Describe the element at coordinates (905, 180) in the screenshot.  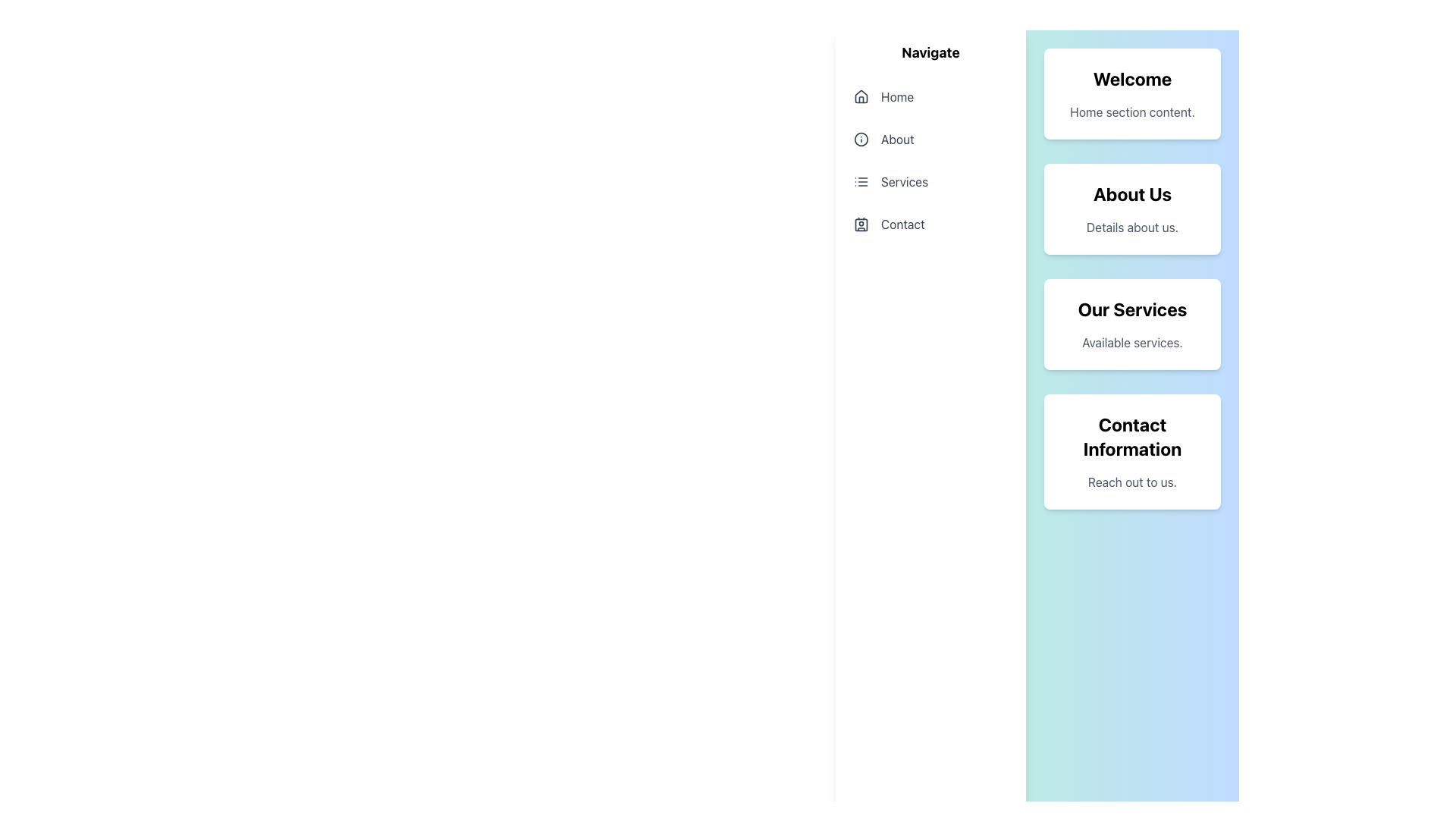
I see `the 'Services' menu item in the navigation panel` at that location.